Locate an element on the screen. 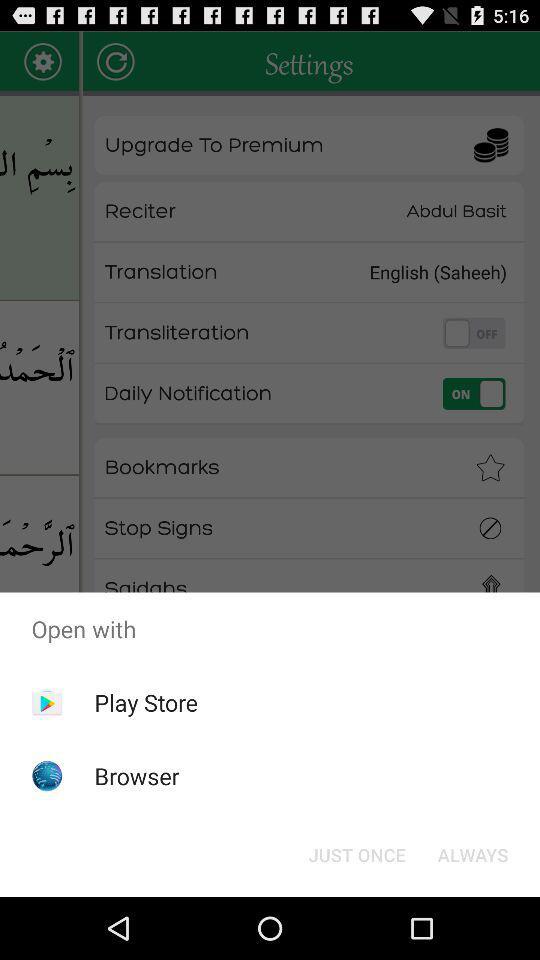 Image resolution: width=540 pixels, height=960 pixels. just once icon is located at coordinates (356, 853).